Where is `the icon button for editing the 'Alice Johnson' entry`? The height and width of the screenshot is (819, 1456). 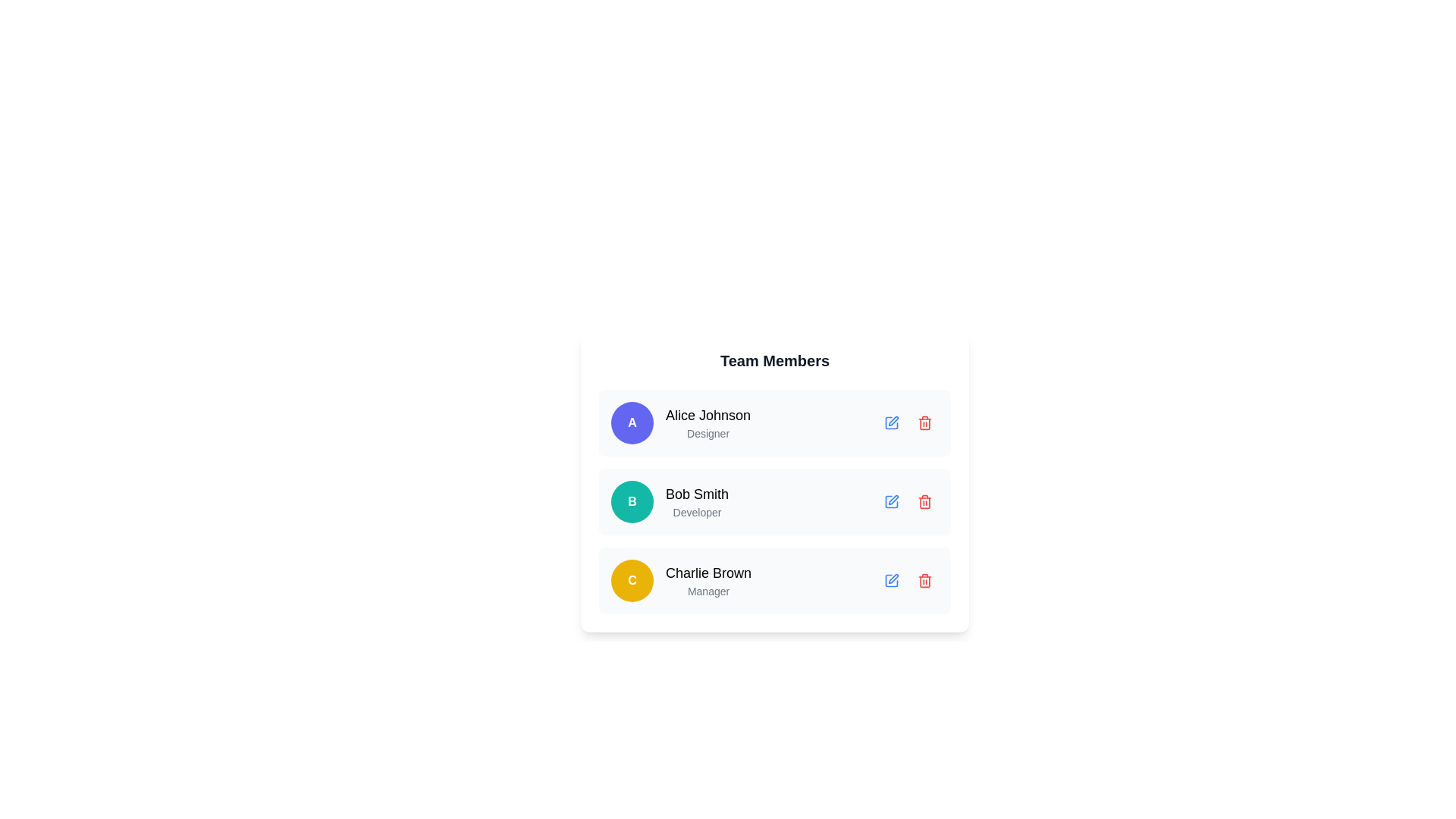 the icon button for editing the 'Alice Johnson' entry is located at coordinates (892, 423).